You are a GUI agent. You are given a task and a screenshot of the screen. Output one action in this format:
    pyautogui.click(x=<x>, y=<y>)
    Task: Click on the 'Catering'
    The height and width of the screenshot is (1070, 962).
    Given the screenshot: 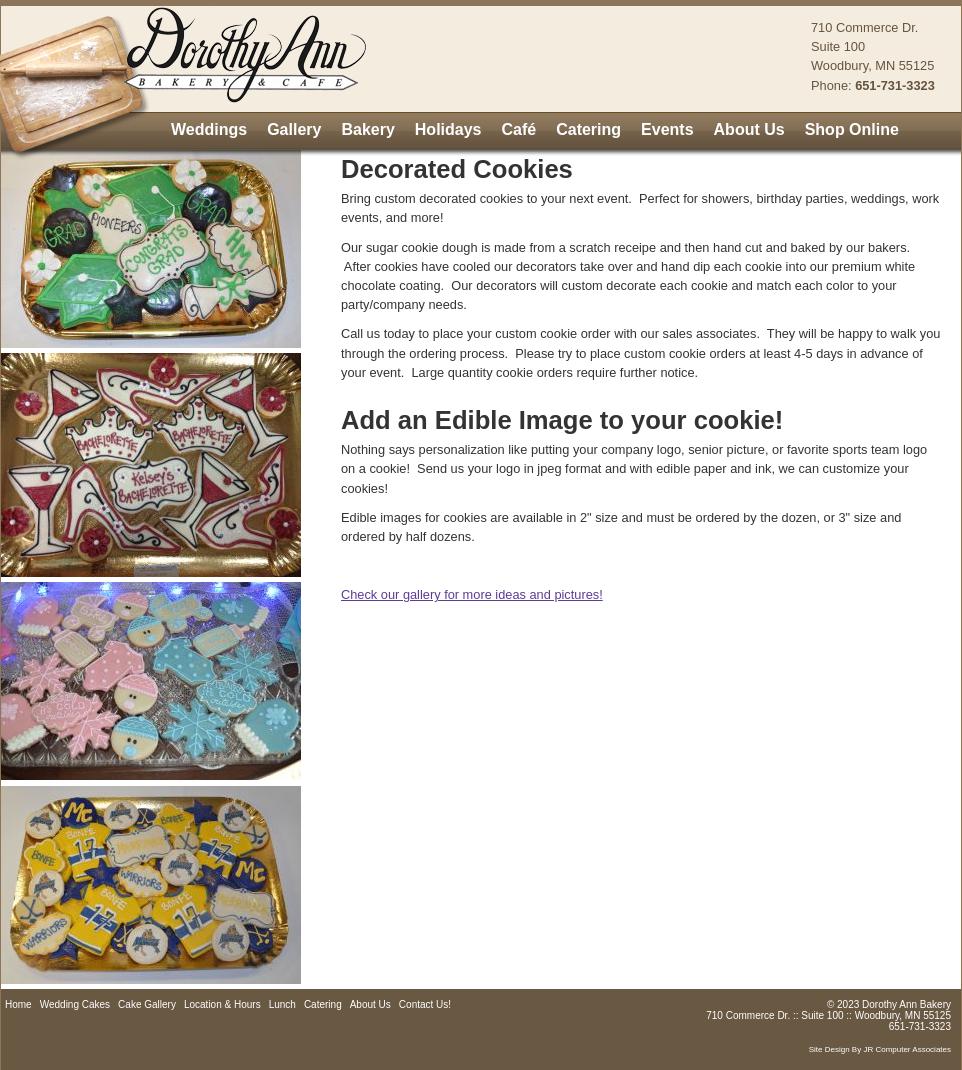 What is the action you would take?
    pyautogui.click(x=320, y=1003)
    